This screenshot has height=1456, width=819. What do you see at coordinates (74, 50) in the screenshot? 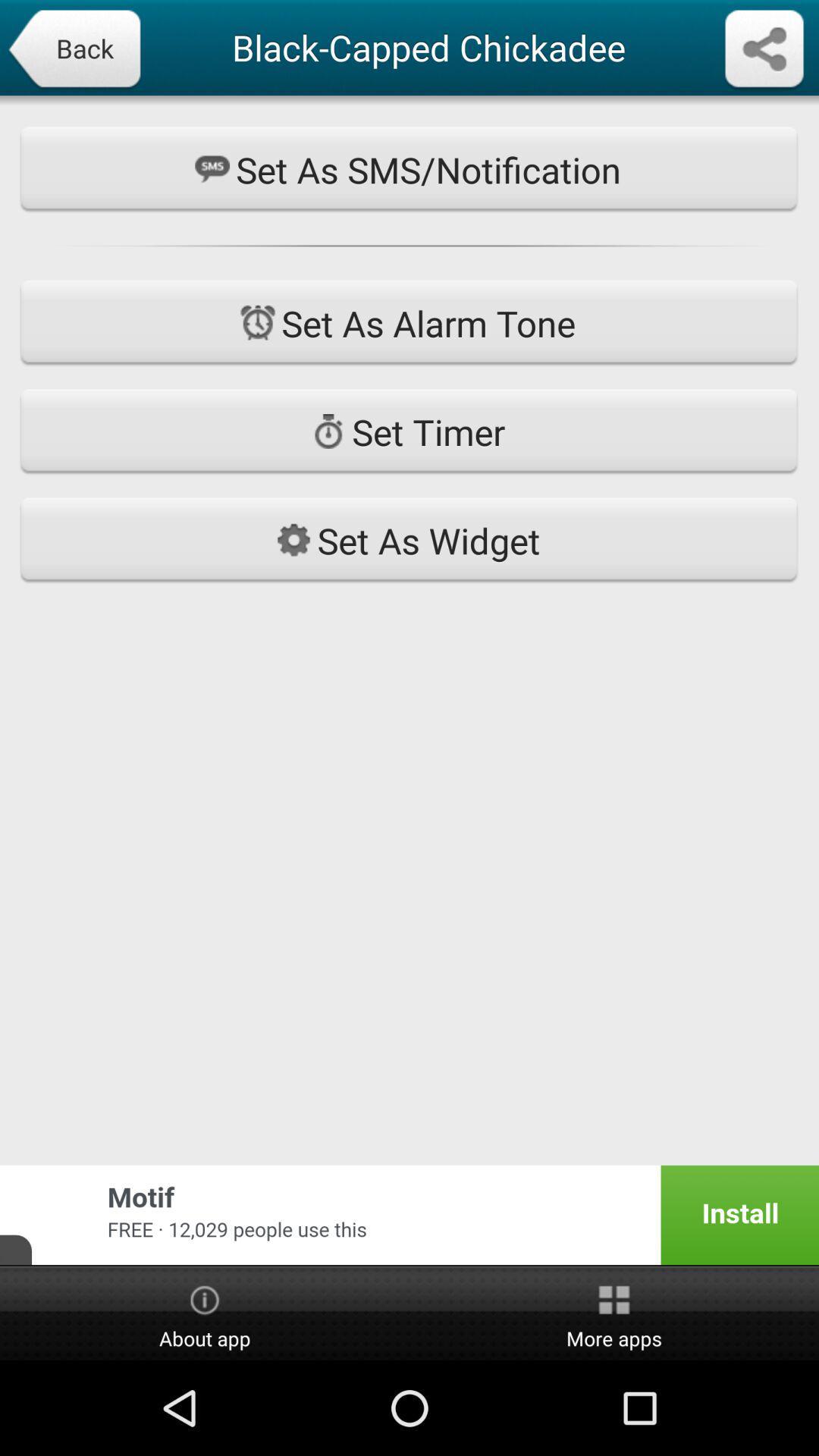
I see `the item to the left of the black-capped chickadee app` at bounding box center [74, 50].